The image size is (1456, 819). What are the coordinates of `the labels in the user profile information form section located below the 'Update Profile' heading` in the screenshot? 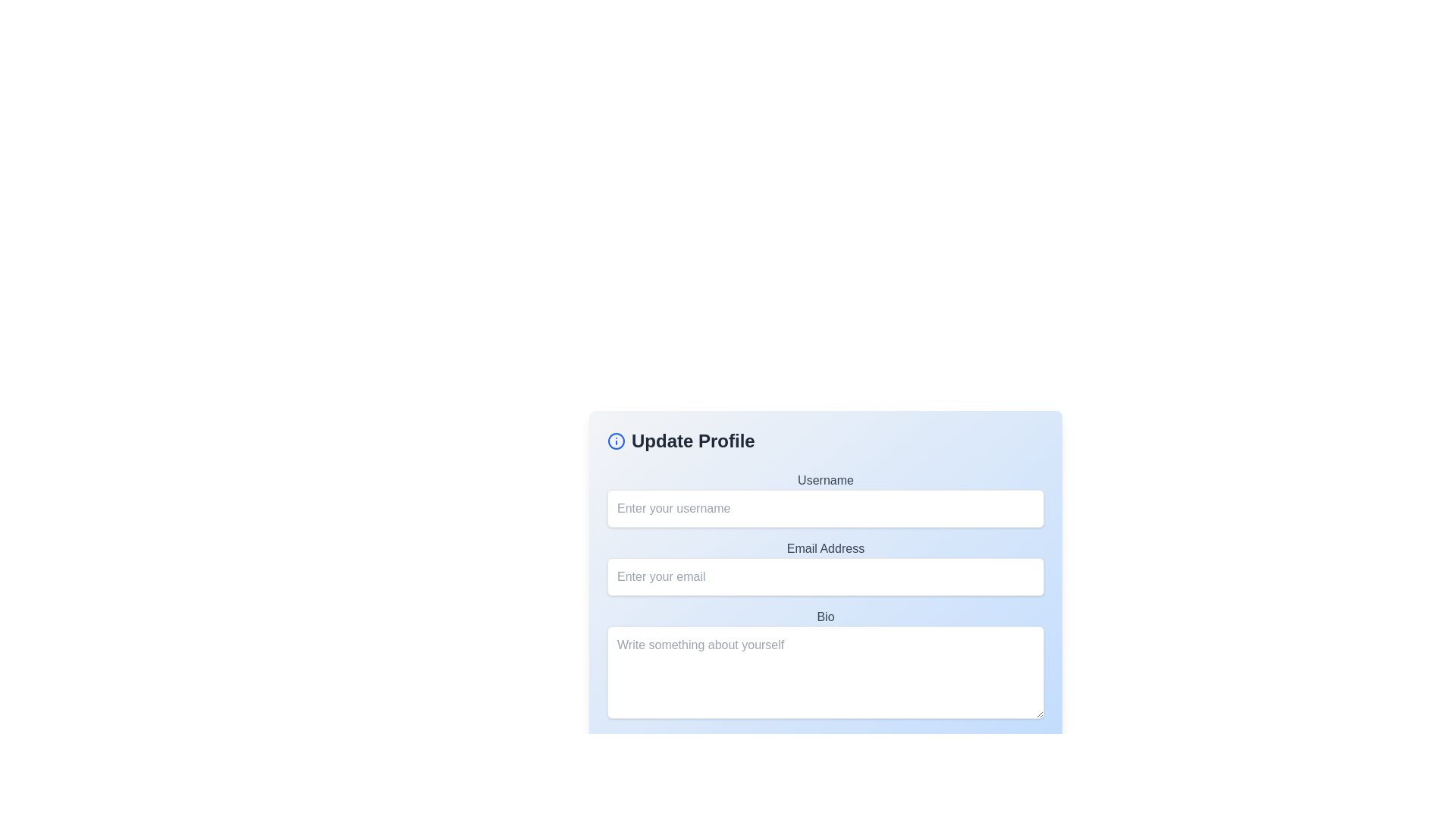 It's located at (825, 596).